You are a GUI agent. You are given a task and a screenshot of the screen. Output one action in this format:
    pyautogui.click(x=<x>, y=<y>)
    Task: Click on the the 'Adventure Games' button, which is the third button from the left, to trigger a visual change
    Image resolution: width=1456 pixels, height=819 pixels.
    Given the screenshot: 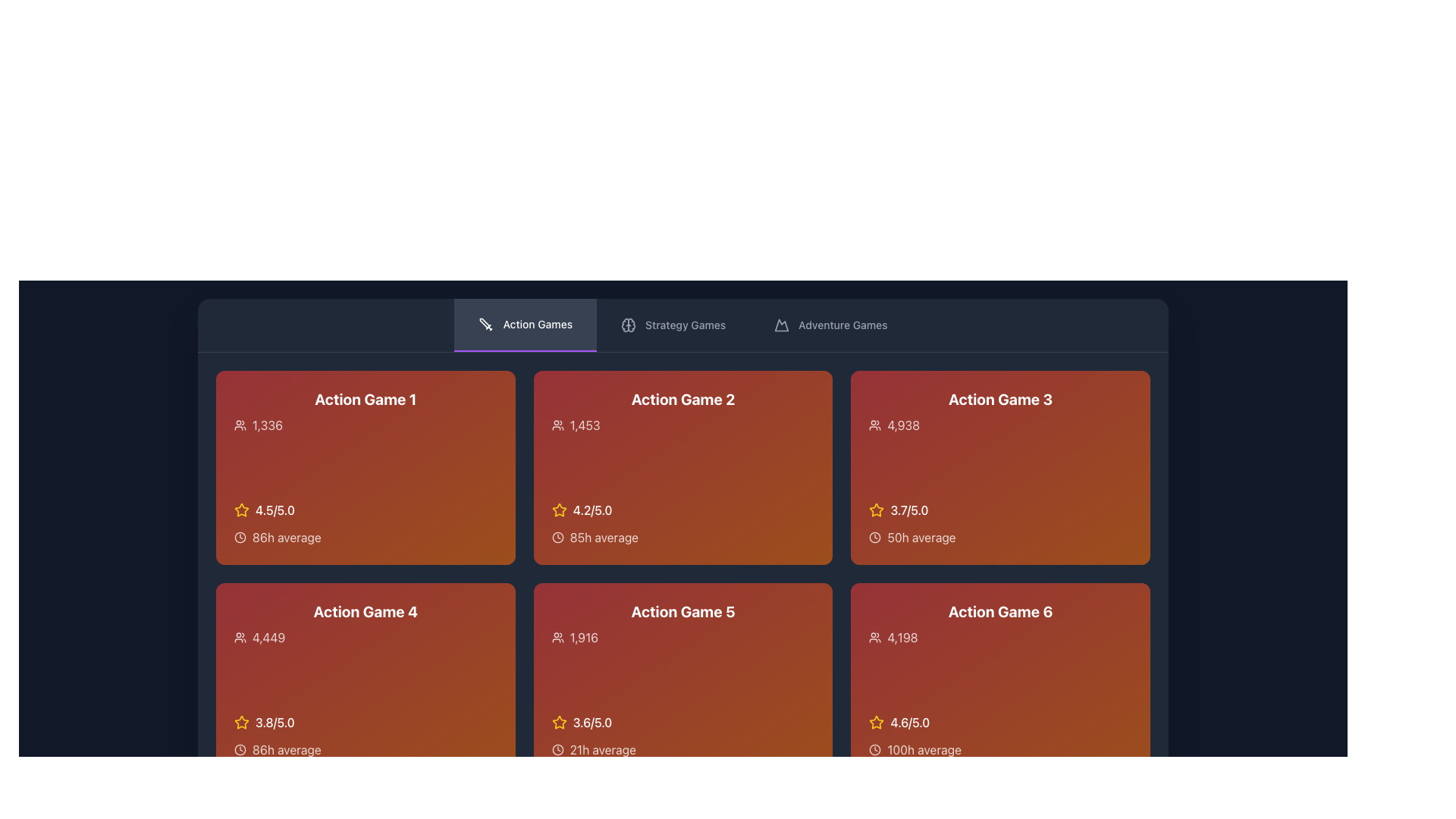 What is the action you would take?
    pyautogui.click(x=830, y=324)
    